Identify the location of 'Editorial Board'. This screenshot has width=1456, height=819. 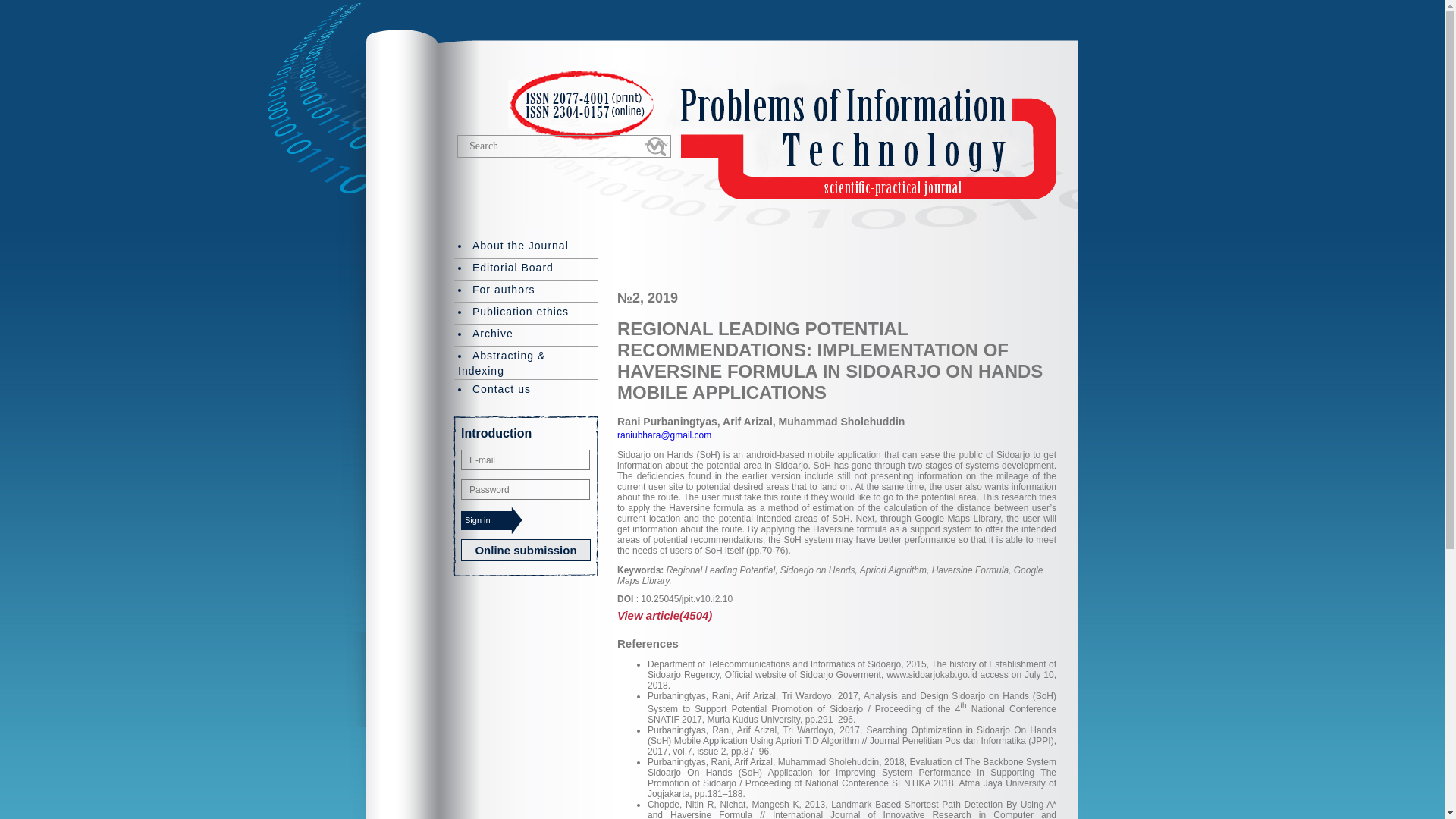
(526, 268).